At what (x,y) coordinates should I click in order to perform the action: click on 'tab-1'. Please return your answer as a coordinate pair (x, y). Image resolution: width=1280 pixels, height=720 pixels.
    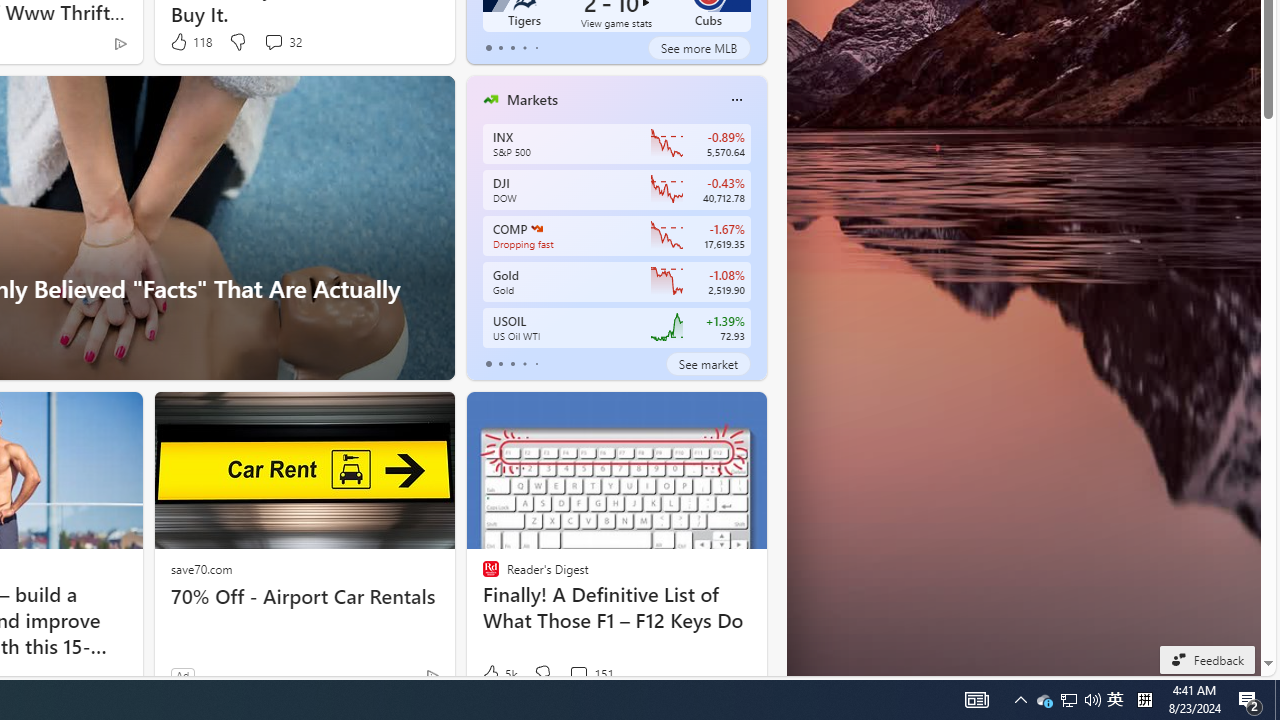
    Looking at the image, I should click on (500, 363).